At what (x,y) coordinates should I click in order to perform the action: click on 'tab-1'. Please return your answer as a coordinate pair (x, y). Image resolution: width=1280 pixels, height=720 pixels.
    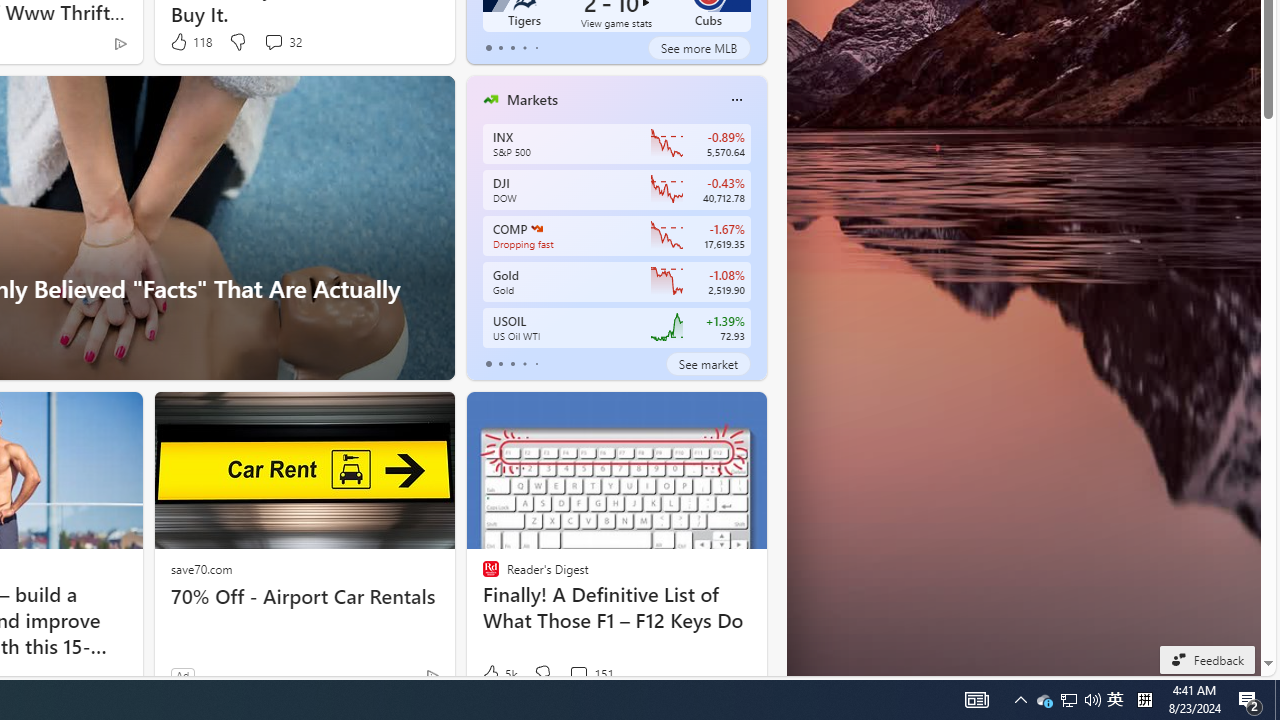
    Looking at the image, I should click on (500, 363).